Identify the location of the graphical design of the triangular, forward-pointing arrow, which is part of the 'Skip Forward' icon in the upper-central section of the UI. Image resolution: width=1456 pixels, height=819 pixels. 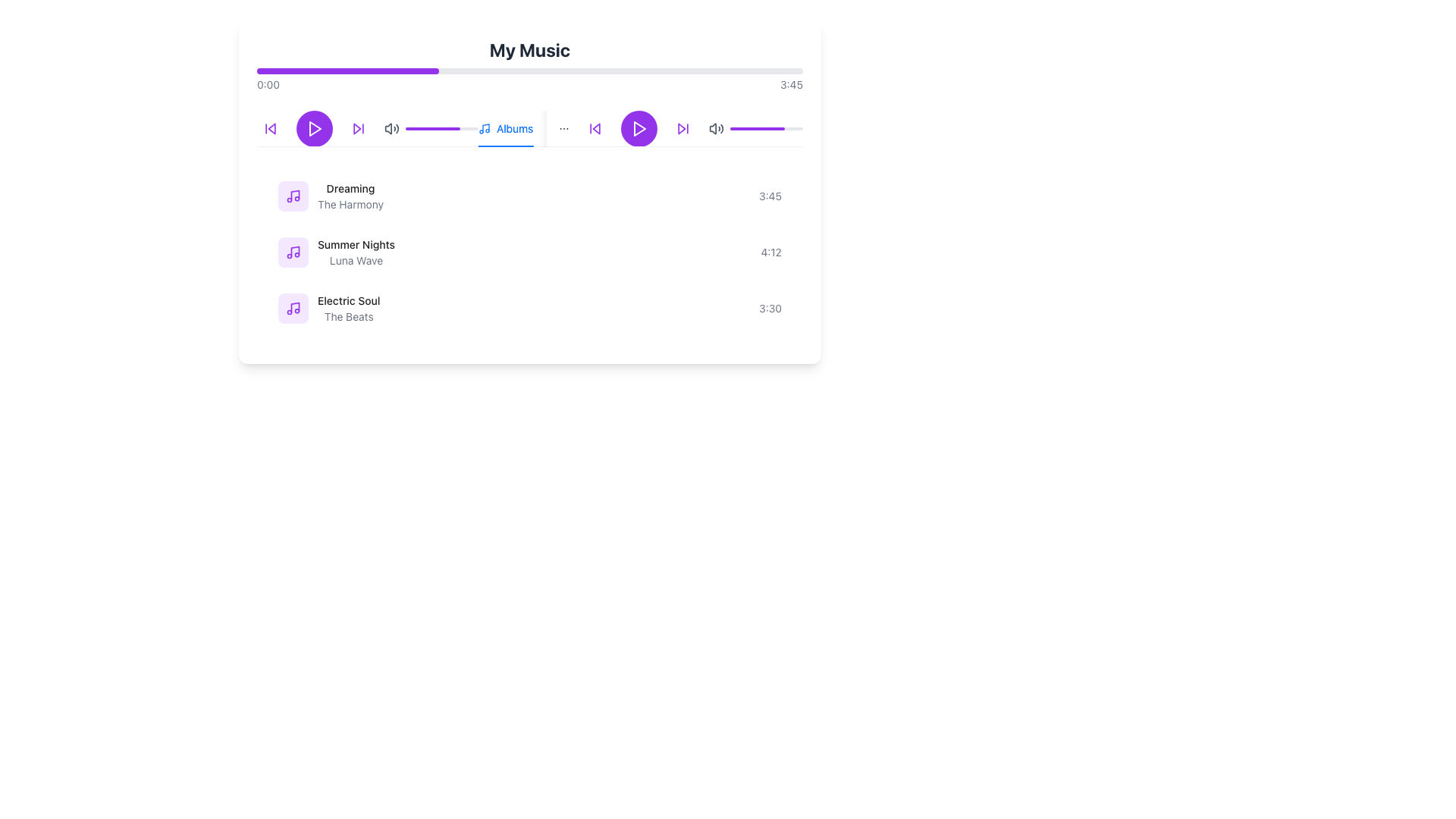
(356, 127).